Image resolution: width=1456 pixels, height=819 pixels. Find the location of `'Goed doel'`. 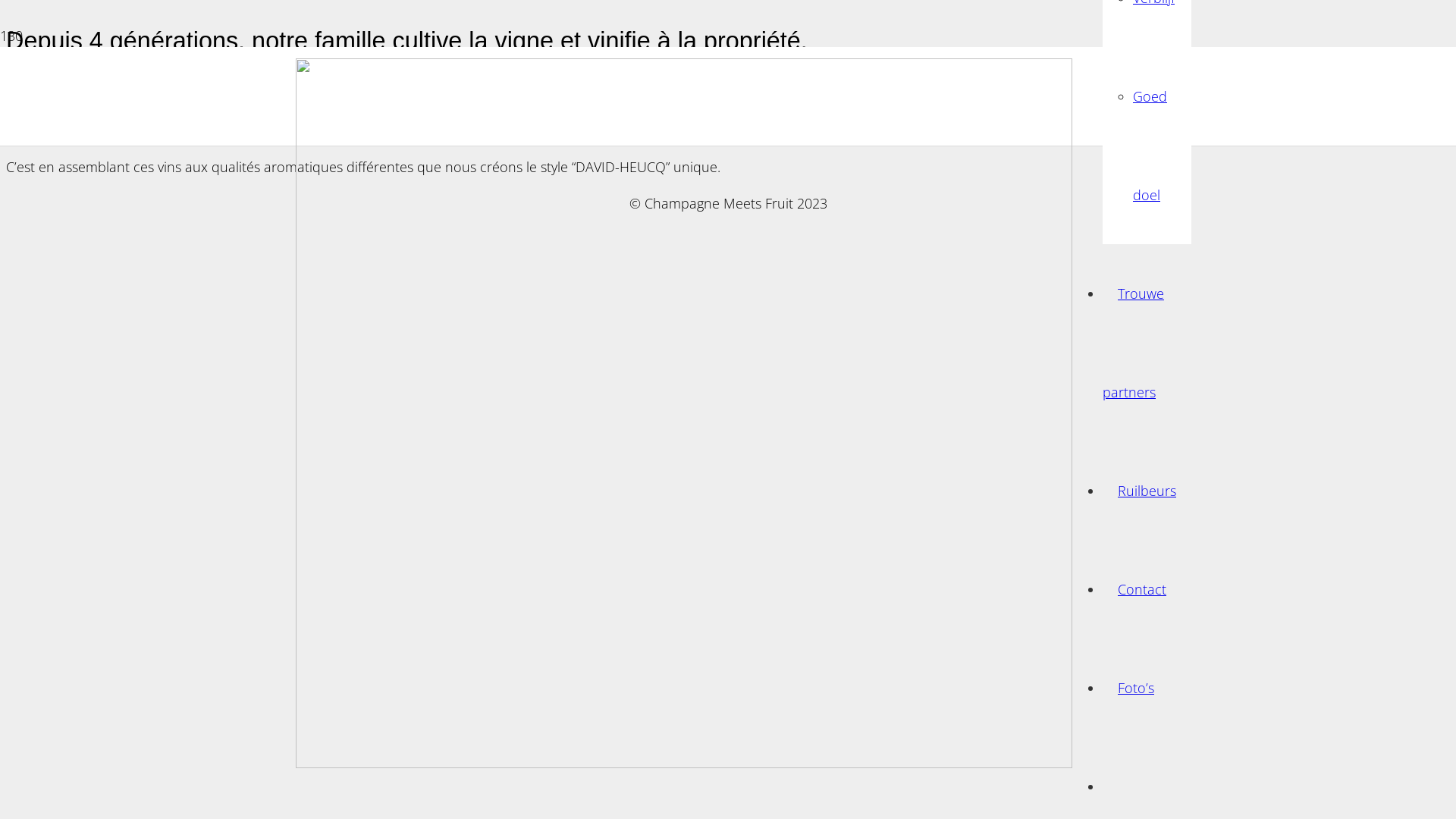

'Goed doel' is located at coordinates (1150, 146).